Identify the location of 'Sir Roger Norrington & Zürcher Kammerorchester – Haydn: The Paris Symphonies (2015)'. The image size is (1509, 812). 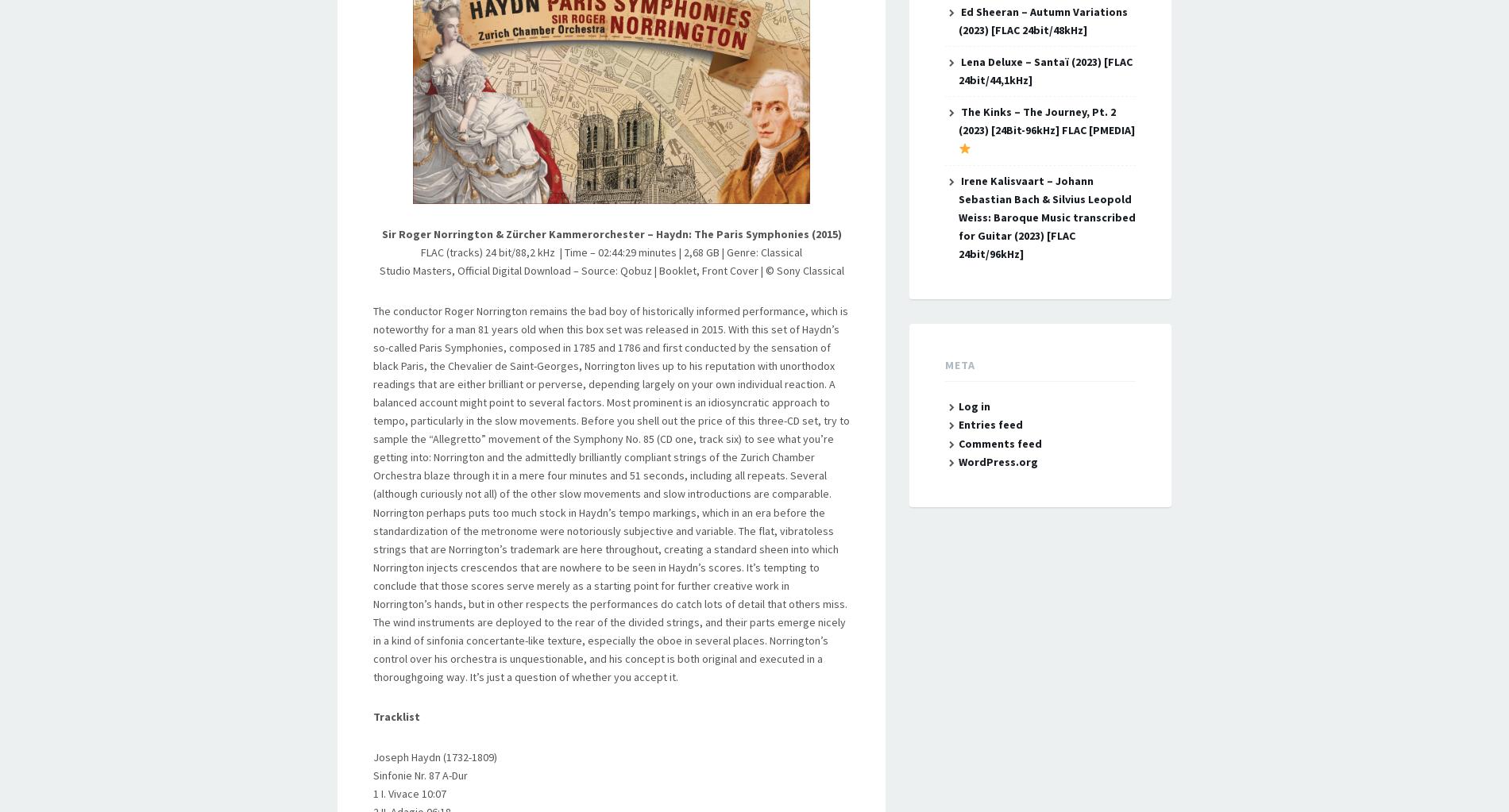
(610, 233).